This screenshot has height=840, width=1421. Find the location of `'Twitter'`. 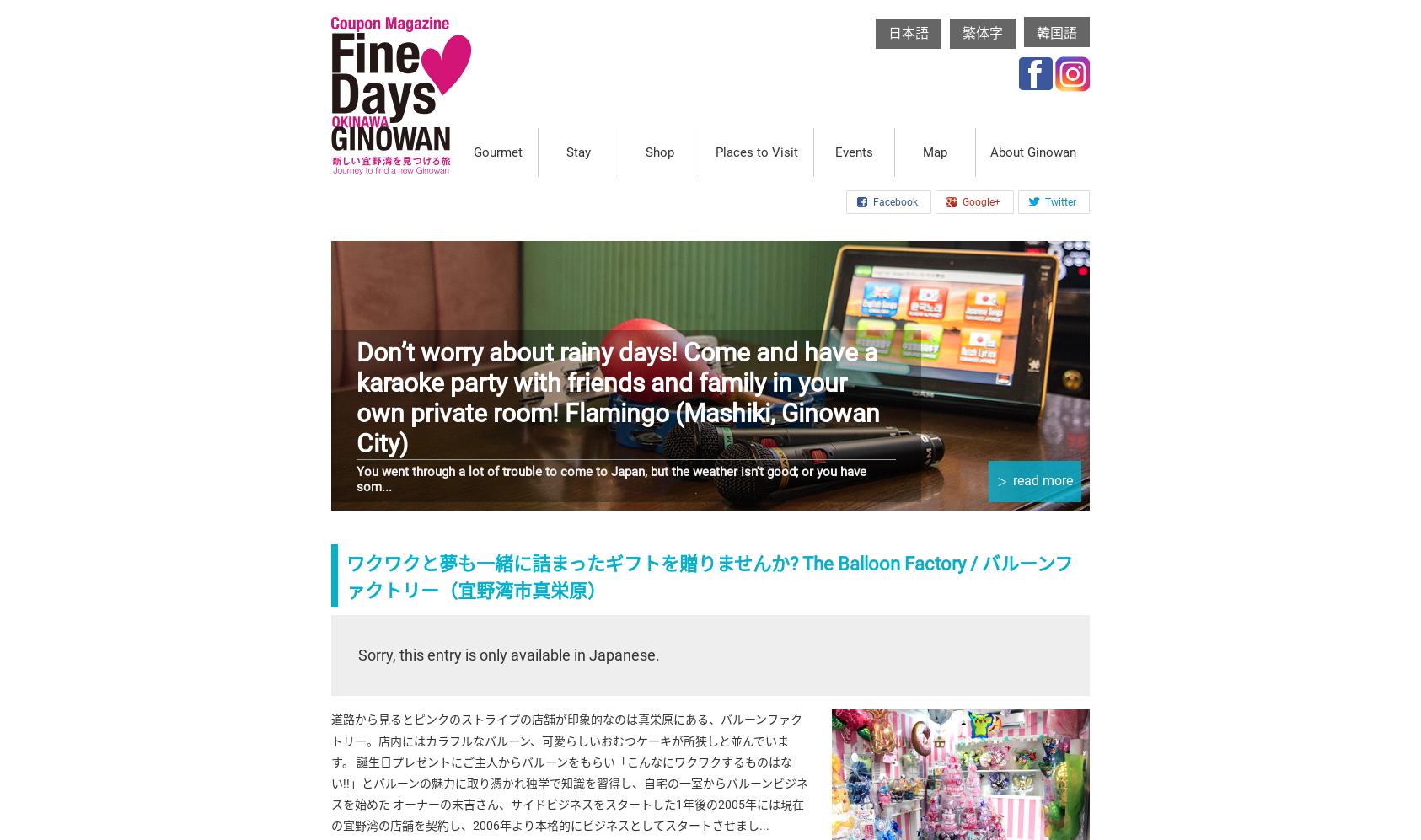

'Twitter' is located at coordinates (1044, 201).